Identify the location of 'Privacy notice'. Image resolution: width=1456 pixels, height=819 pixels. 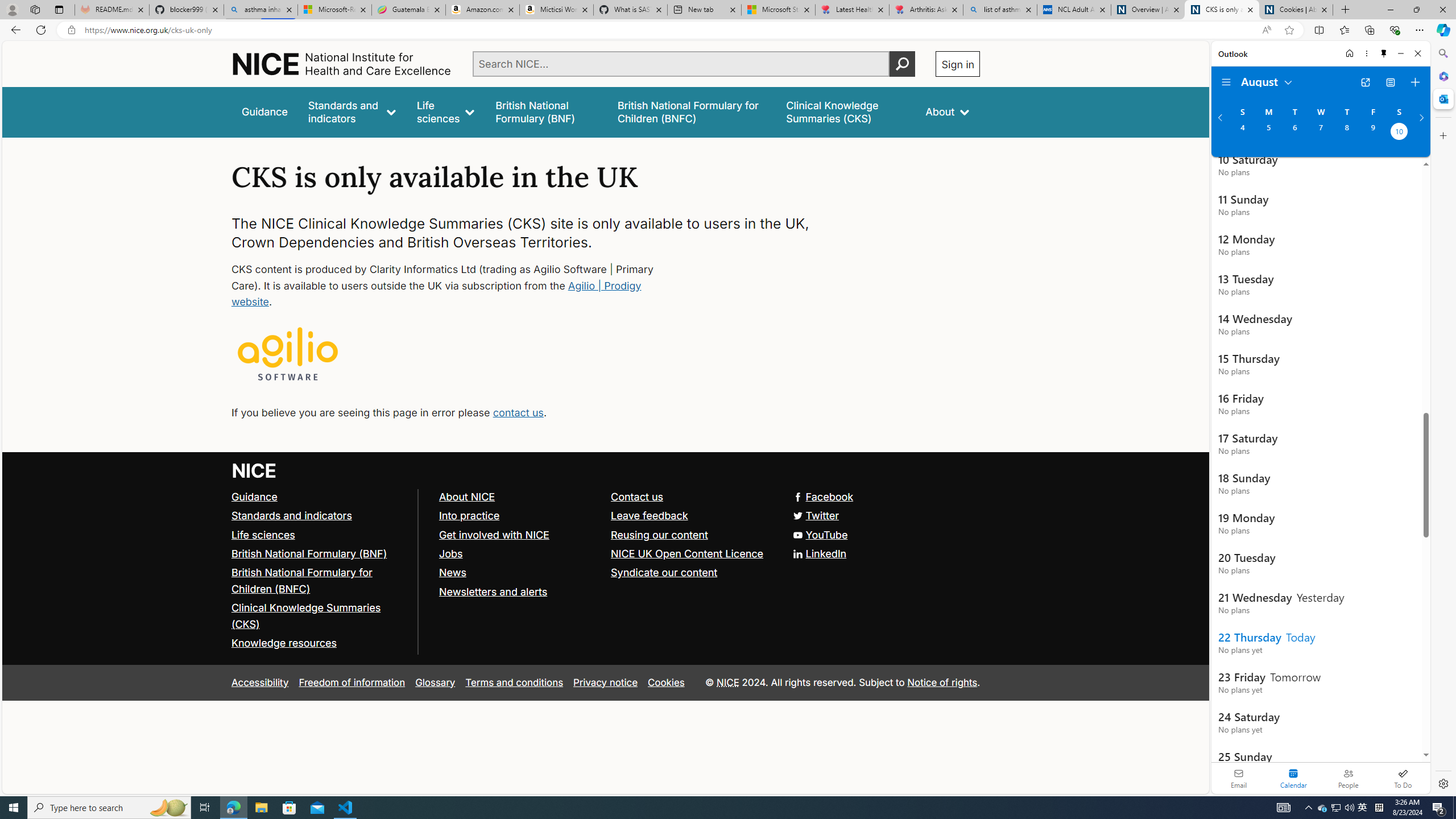
(605, 682).